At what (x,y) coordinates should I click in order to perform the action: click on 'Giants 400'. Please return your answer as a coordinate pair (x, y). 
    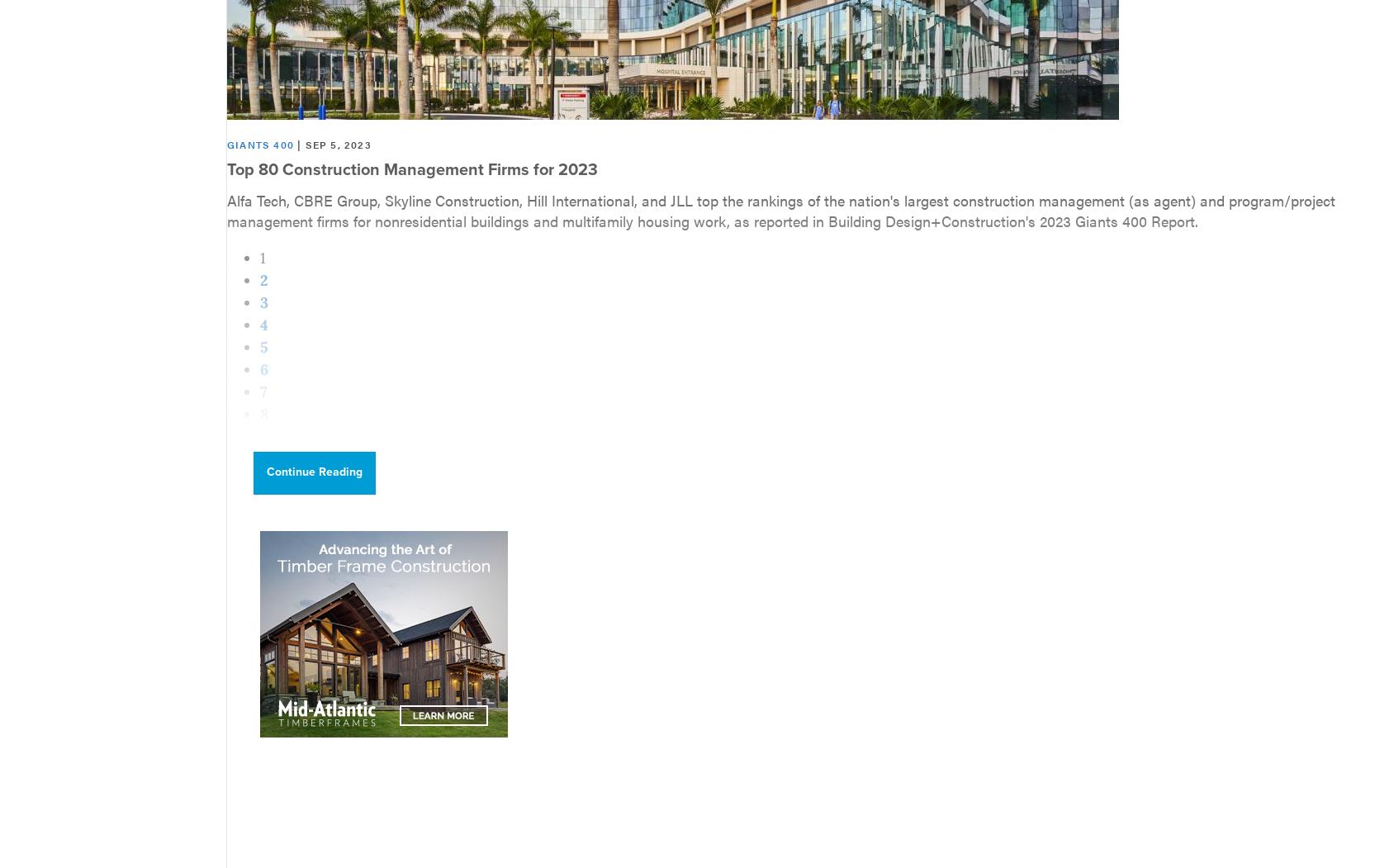
    Looking at the image, I should click on (259, 144).